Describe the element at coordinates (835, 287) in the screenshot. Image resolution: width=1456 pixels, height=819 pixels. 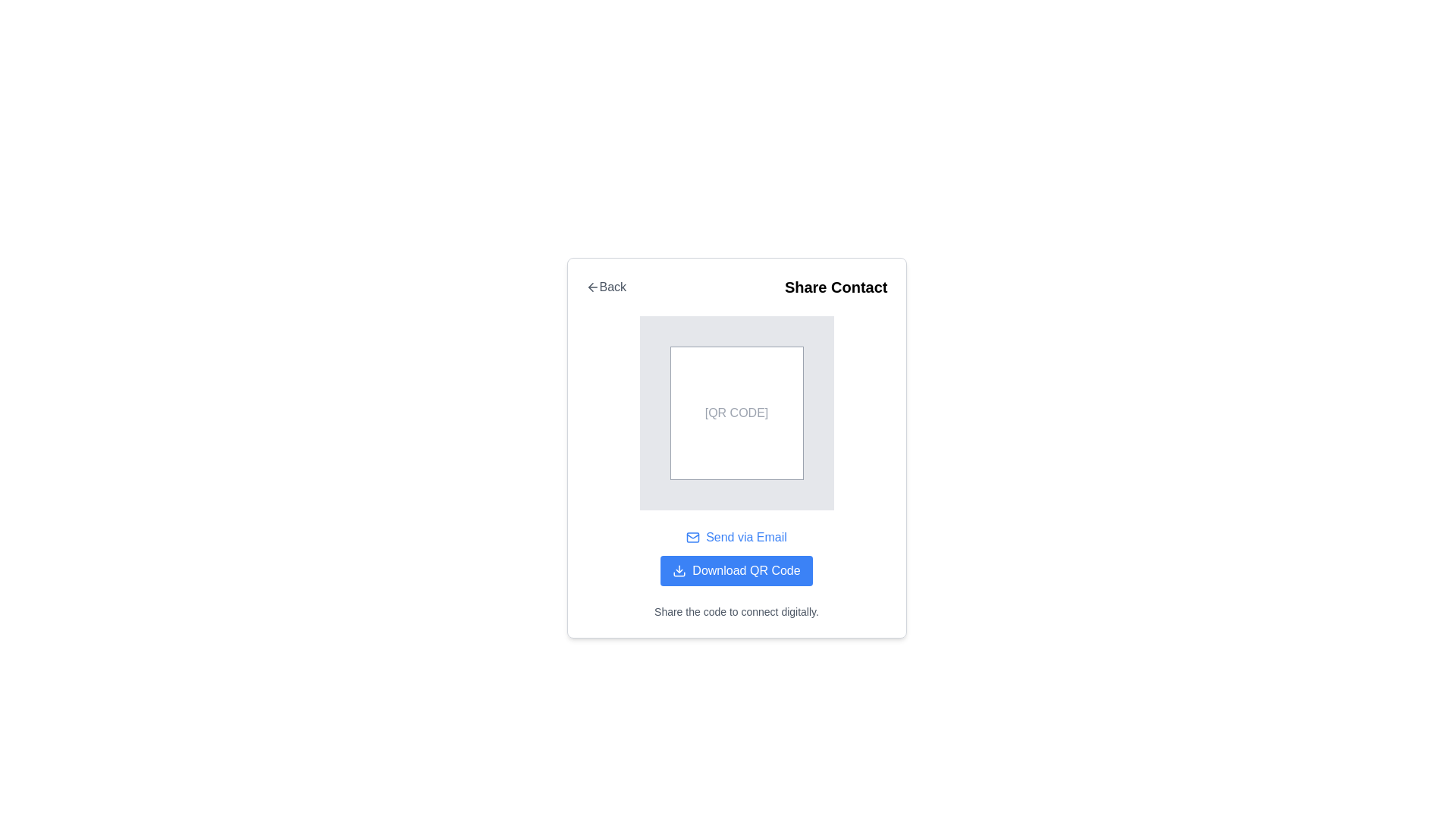
I see `the prominently styled 'Share Contact' label located in the top-right corner of the header section, which is bold and large-sized` at that location.